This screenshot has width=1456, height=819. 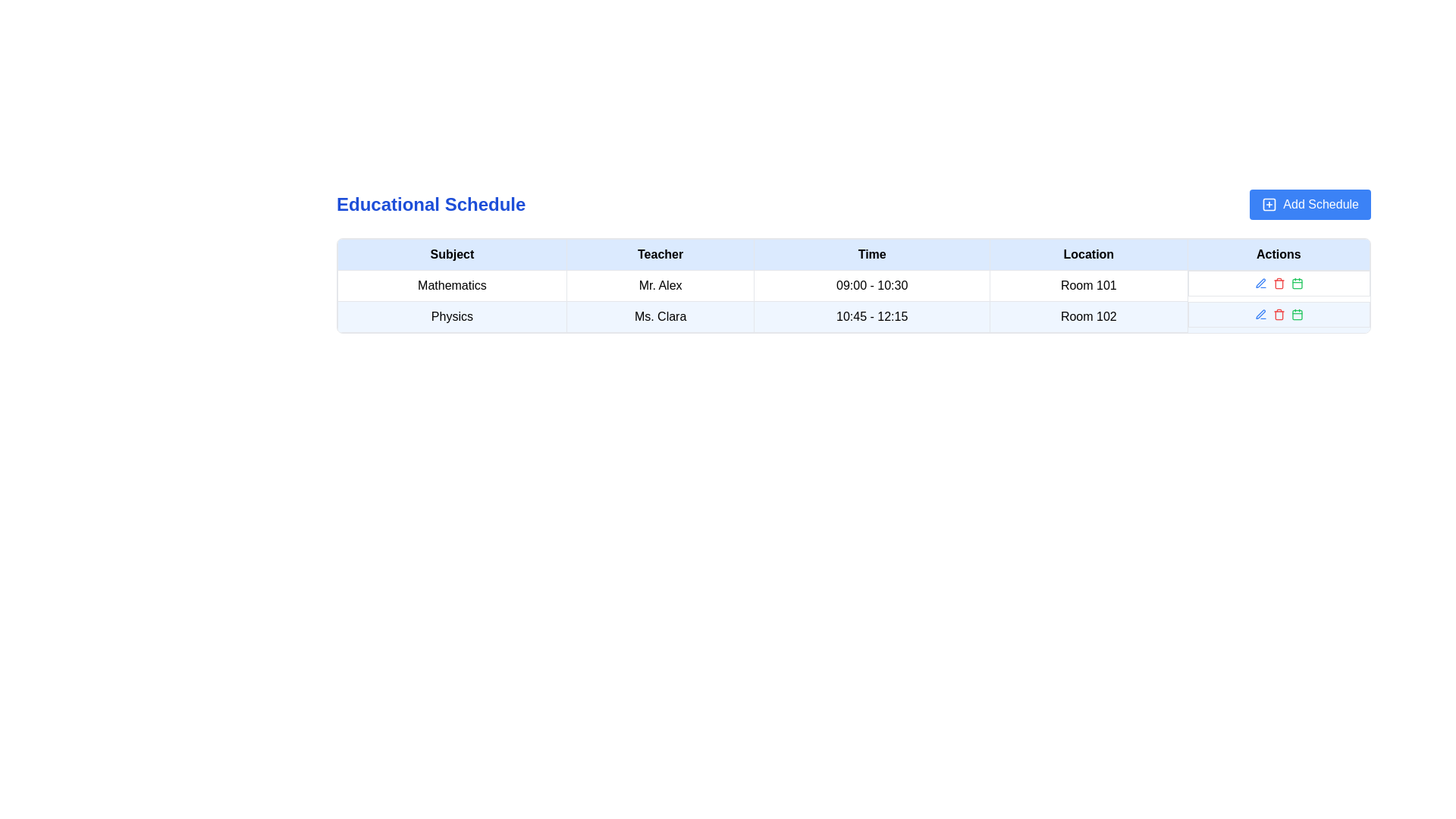 I want to click on the icon located in the 'Actions' column of the Physics row in the table, so click(x=1296, y=284).